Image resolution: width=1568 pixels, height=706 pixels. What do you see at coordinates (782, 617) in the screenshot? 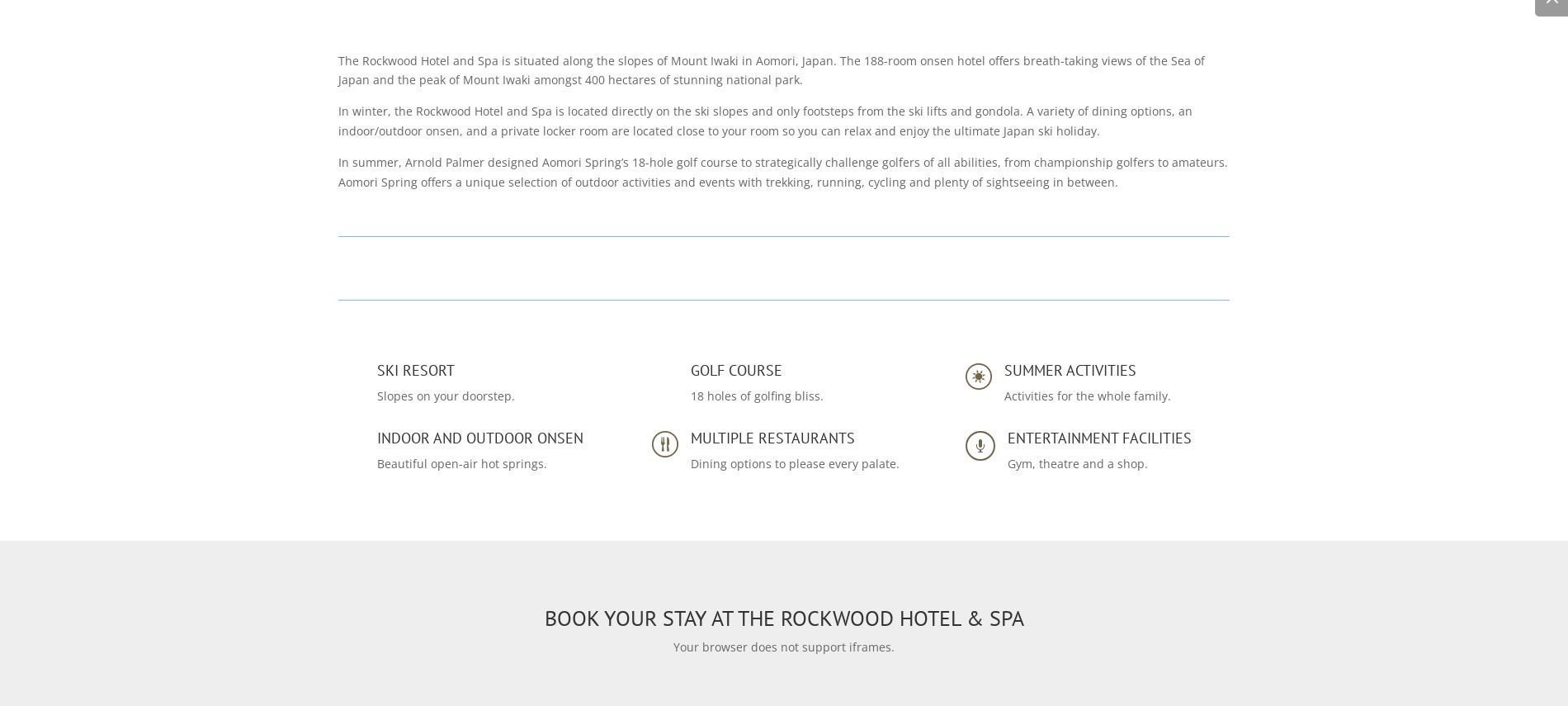
I see `'BOOK YOUR STAY AT THE ROCKWOOD HOTEL & SPA'` at bounding box center [782, 617].